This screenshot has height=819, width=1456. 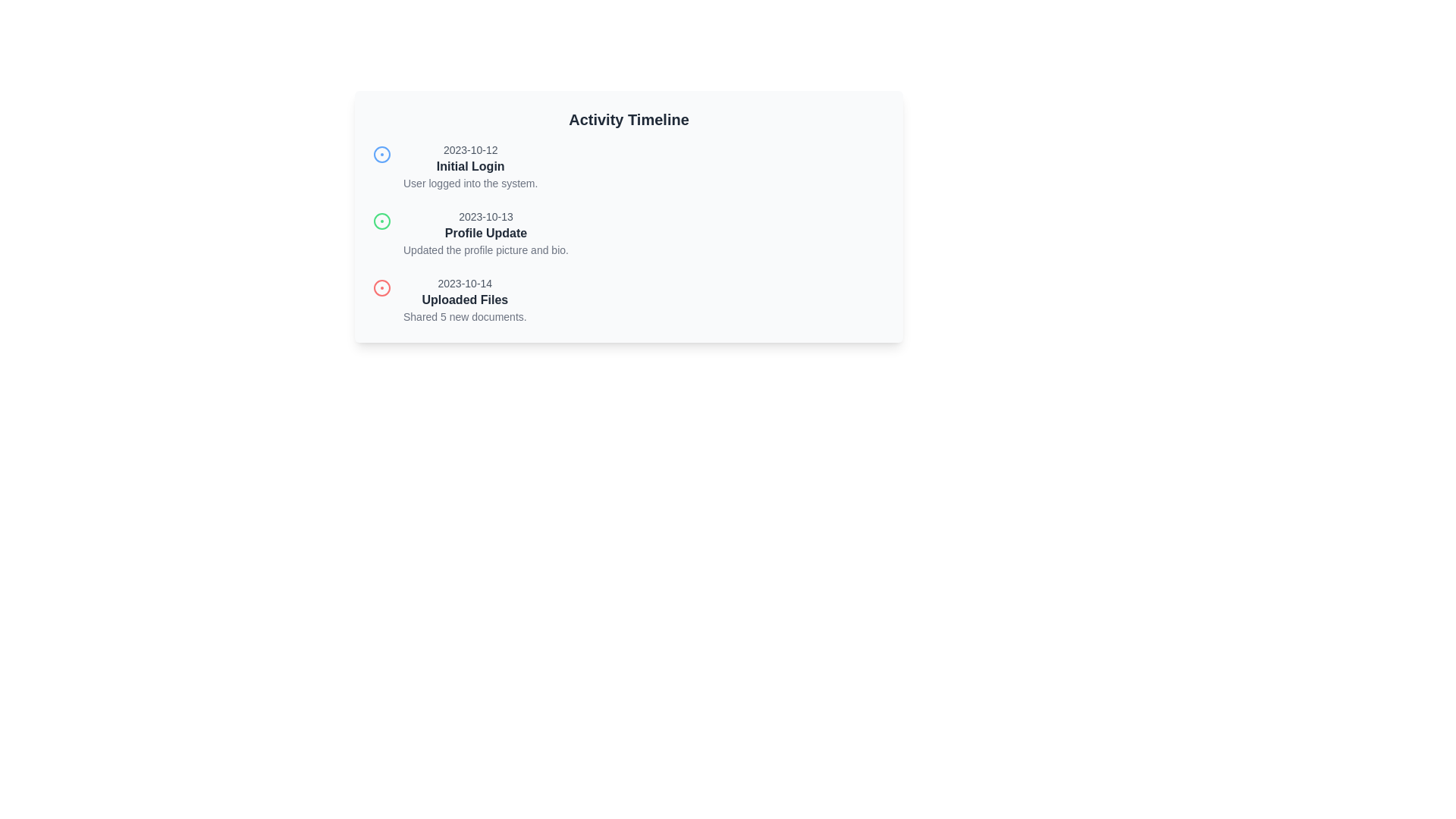 I want to click on the circular icon with a thin blue border and solid blue center dot, which is the first icon in a vertical list of three, located in the activity timeline panel, so click(x=382, y=155).